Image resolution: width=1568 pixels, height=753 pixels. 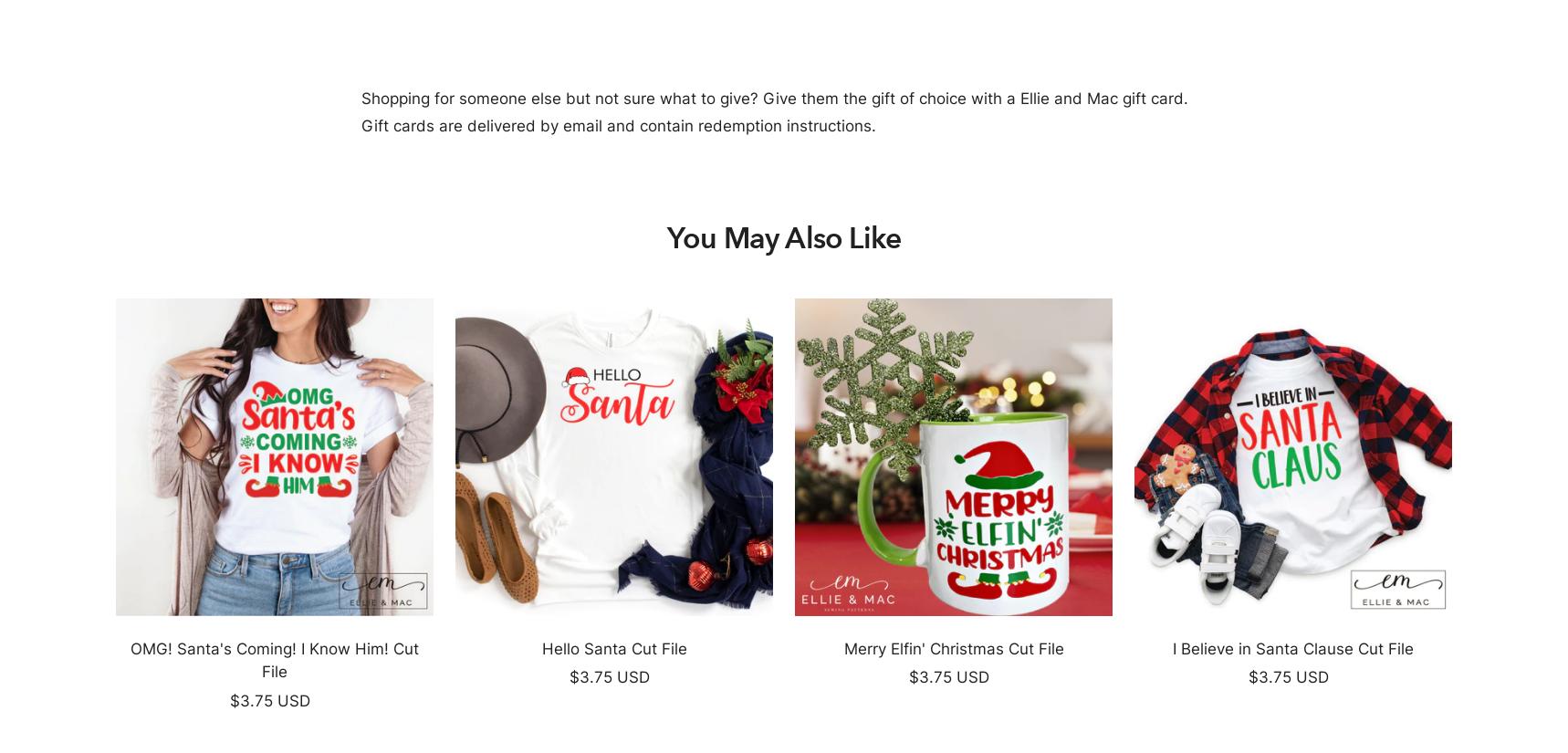 What do you see at coordinates (302, 576) in the screenshot?
I see `'PDF Sewing Patterns'` at bounding box center [302, 576].